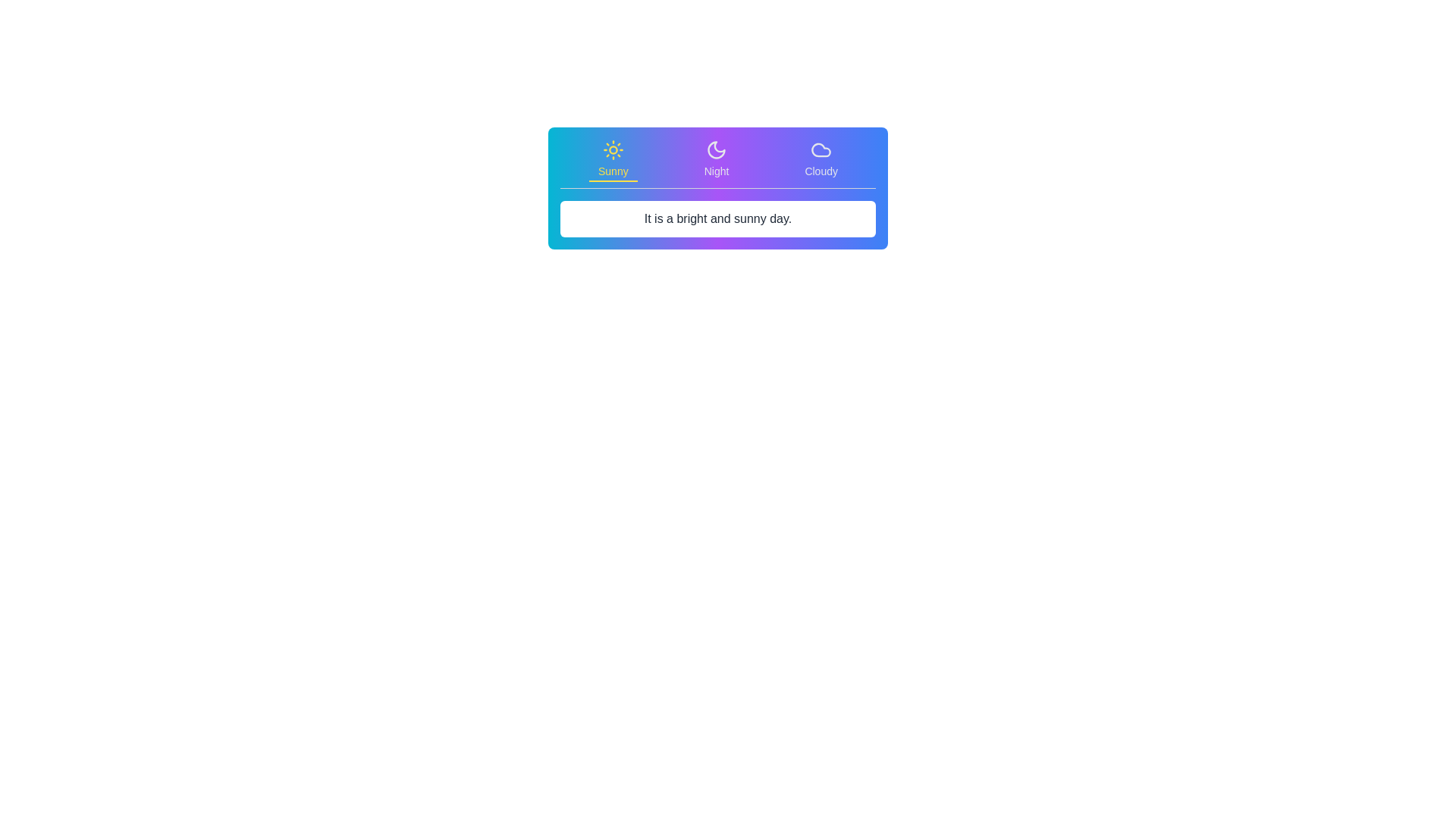  Describe the element at coordinates (716, 161) in the screenshot. I see `the 'Night' button` at that location.